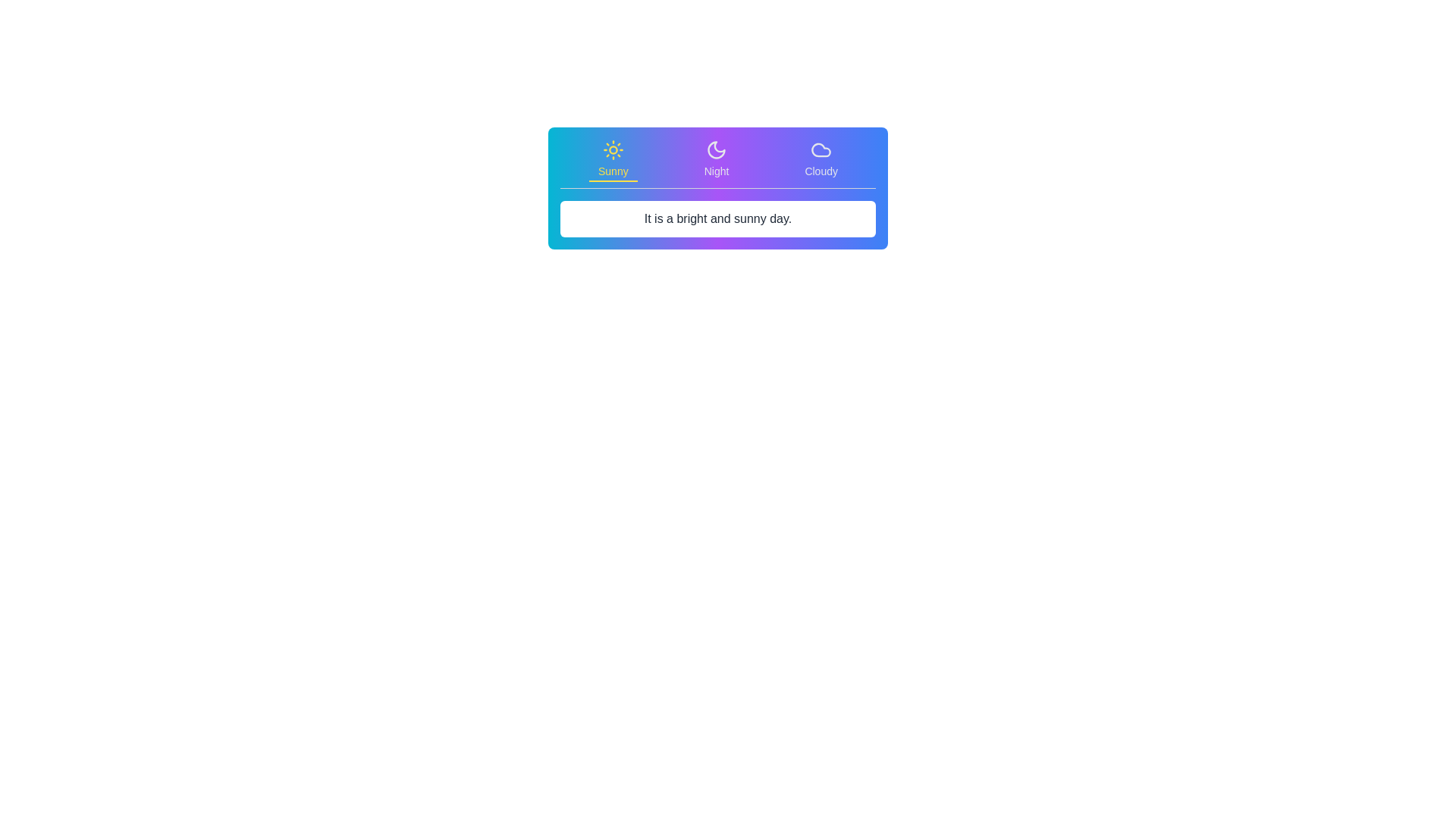  Describe the element at coordinates (716, 161) in the screenshot. I see `the 'Night' button` at that location.